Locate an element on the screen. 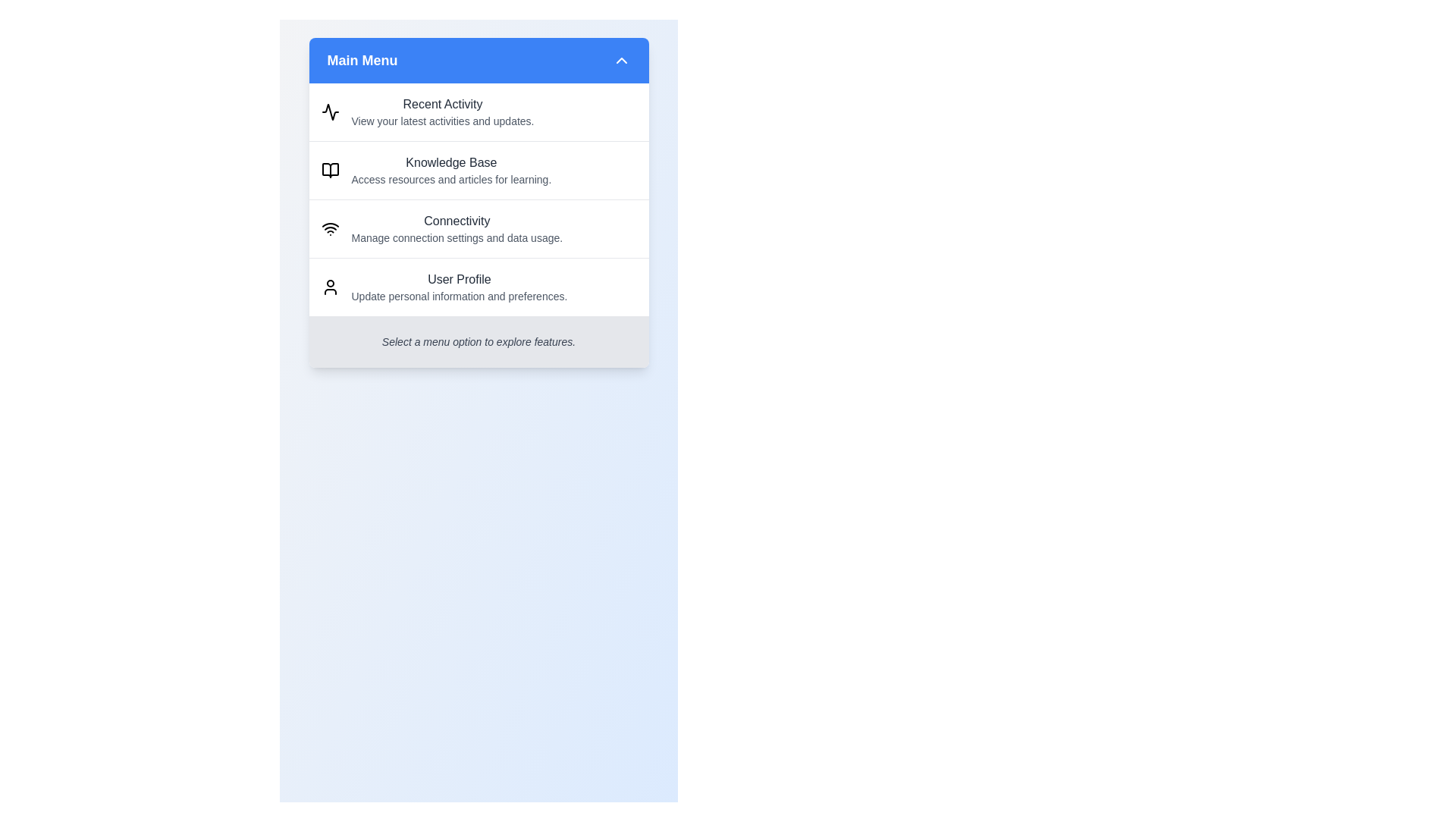 This screenshot has width=1456, height=819. the menu item Connectivity by clicking on it is located at coordinates (478, 228).